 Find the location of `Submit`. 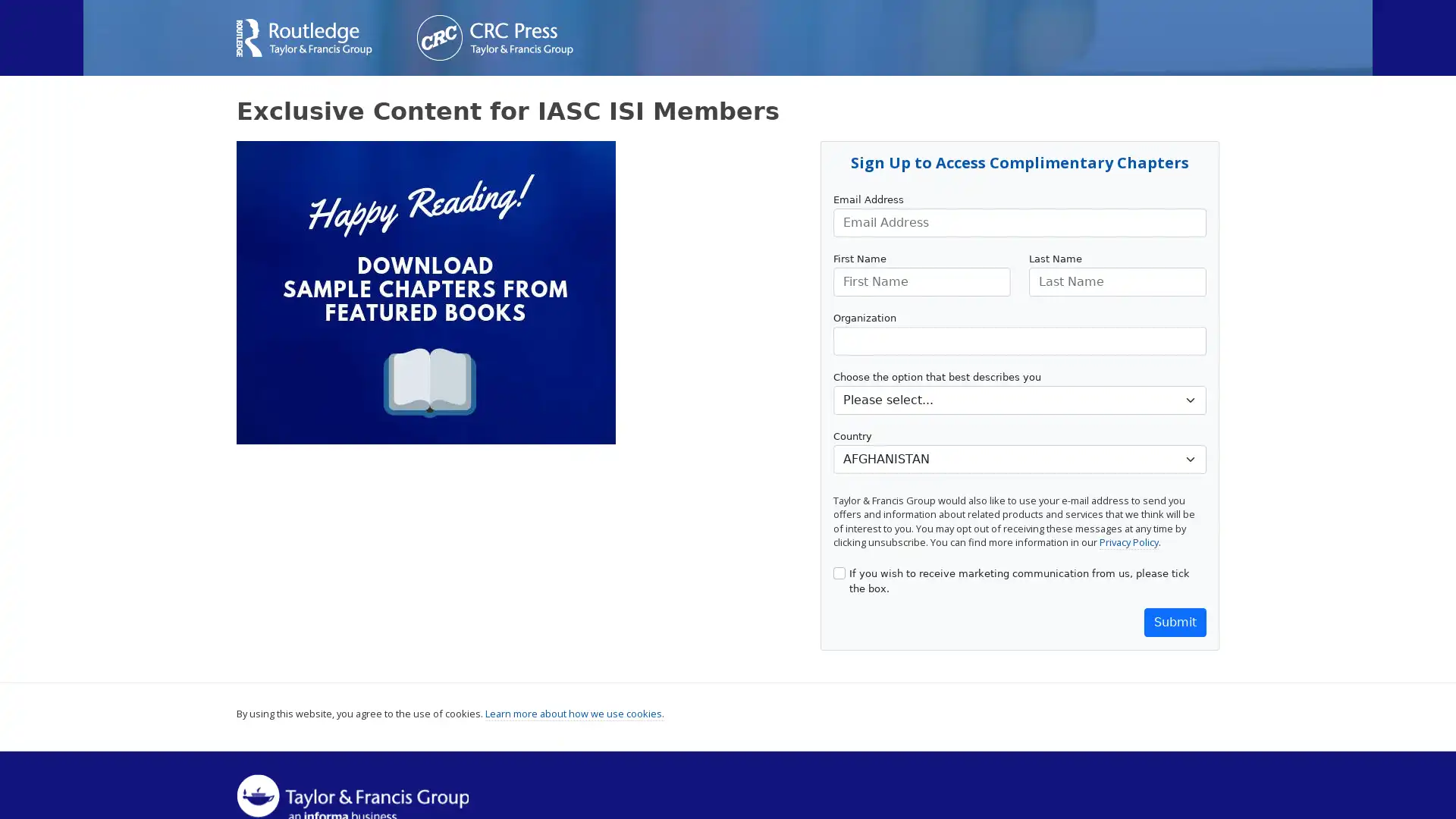

Submit is located at coordinates (1175, 623).